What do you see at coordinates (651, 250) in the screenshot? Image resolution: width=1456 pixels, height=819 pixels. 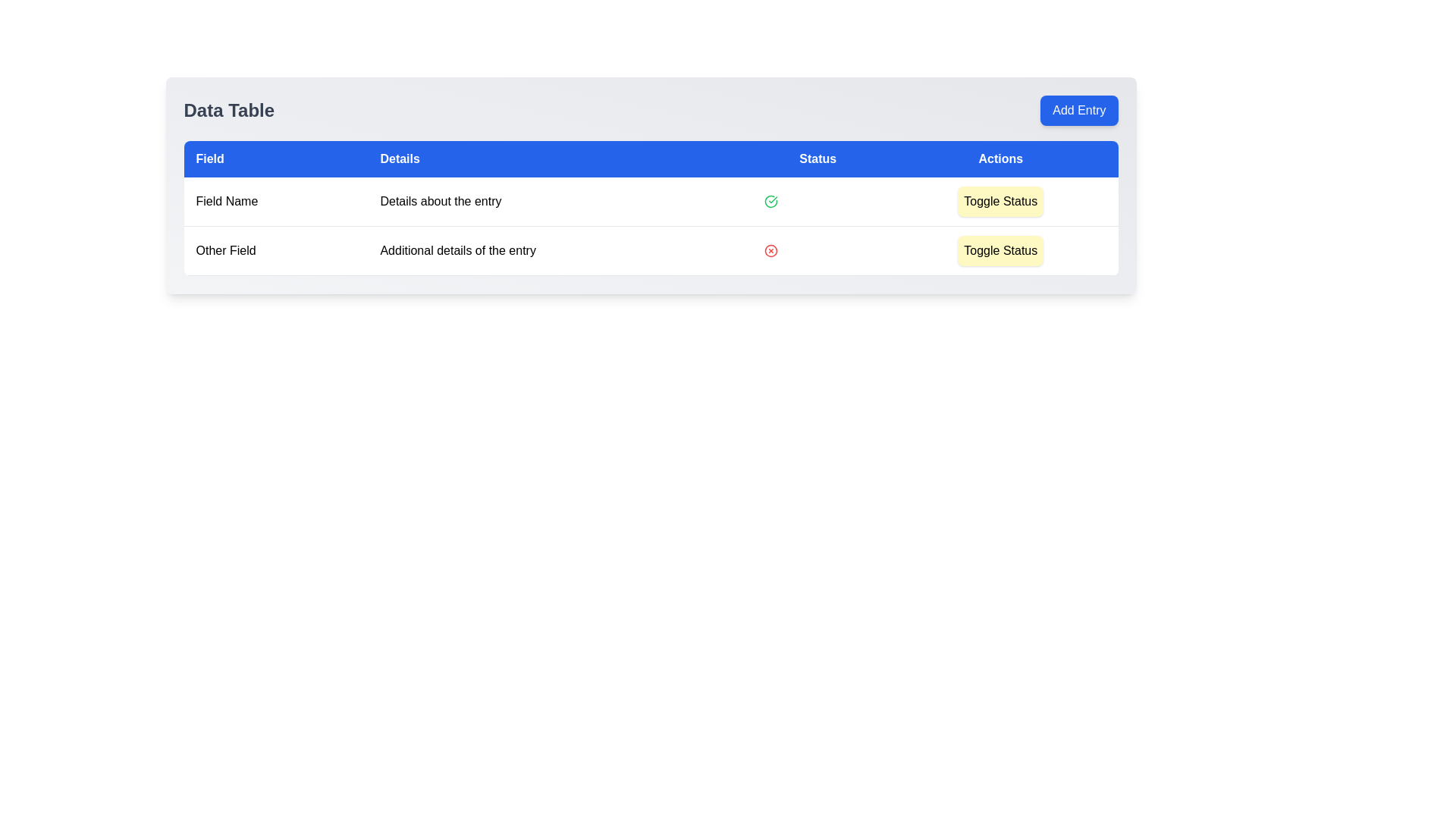 I see `the second row of the table` at bounding box center [651, 250].